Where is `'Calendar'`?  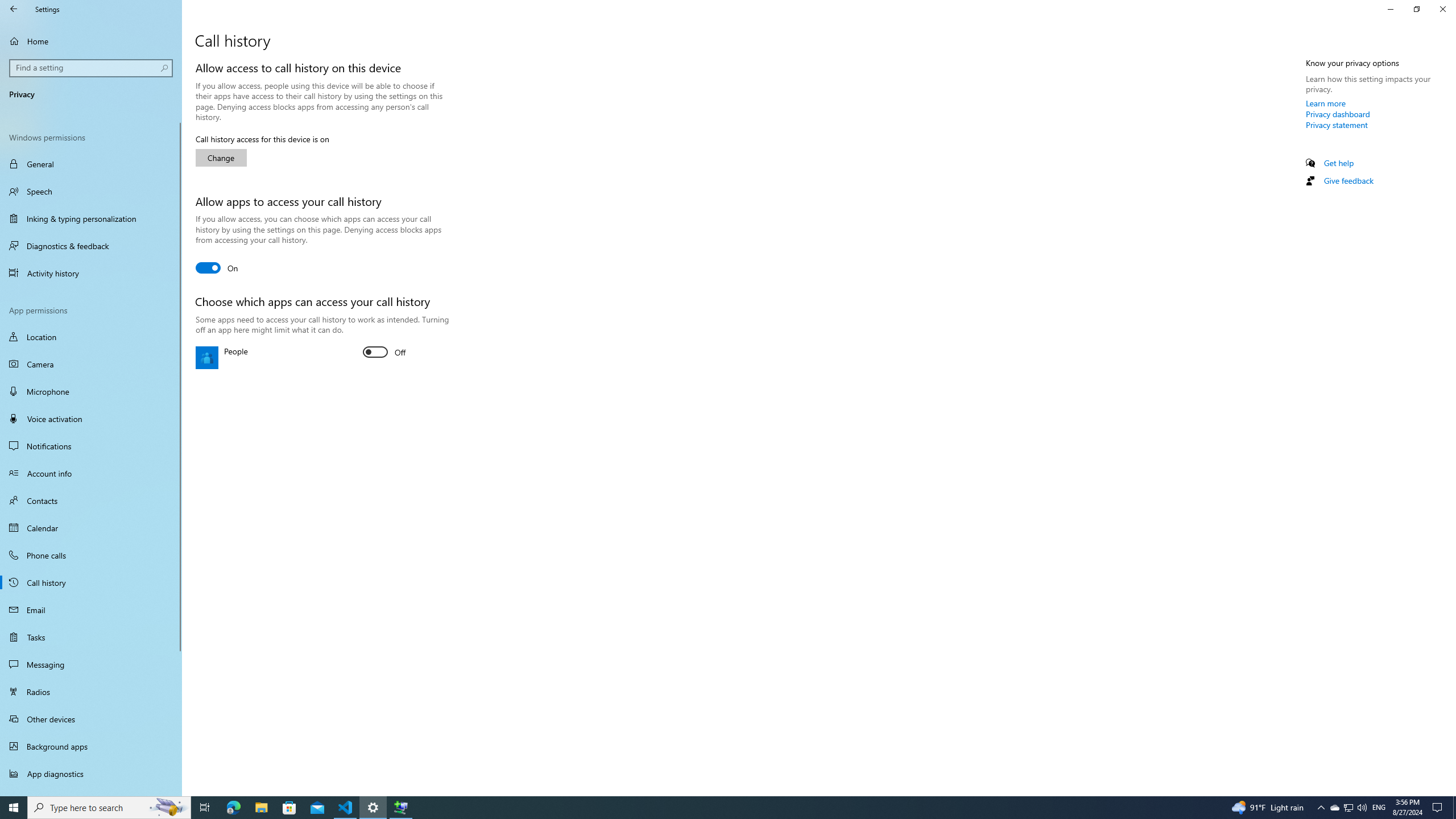
'Calendar' is located at coordinates (90, 527).